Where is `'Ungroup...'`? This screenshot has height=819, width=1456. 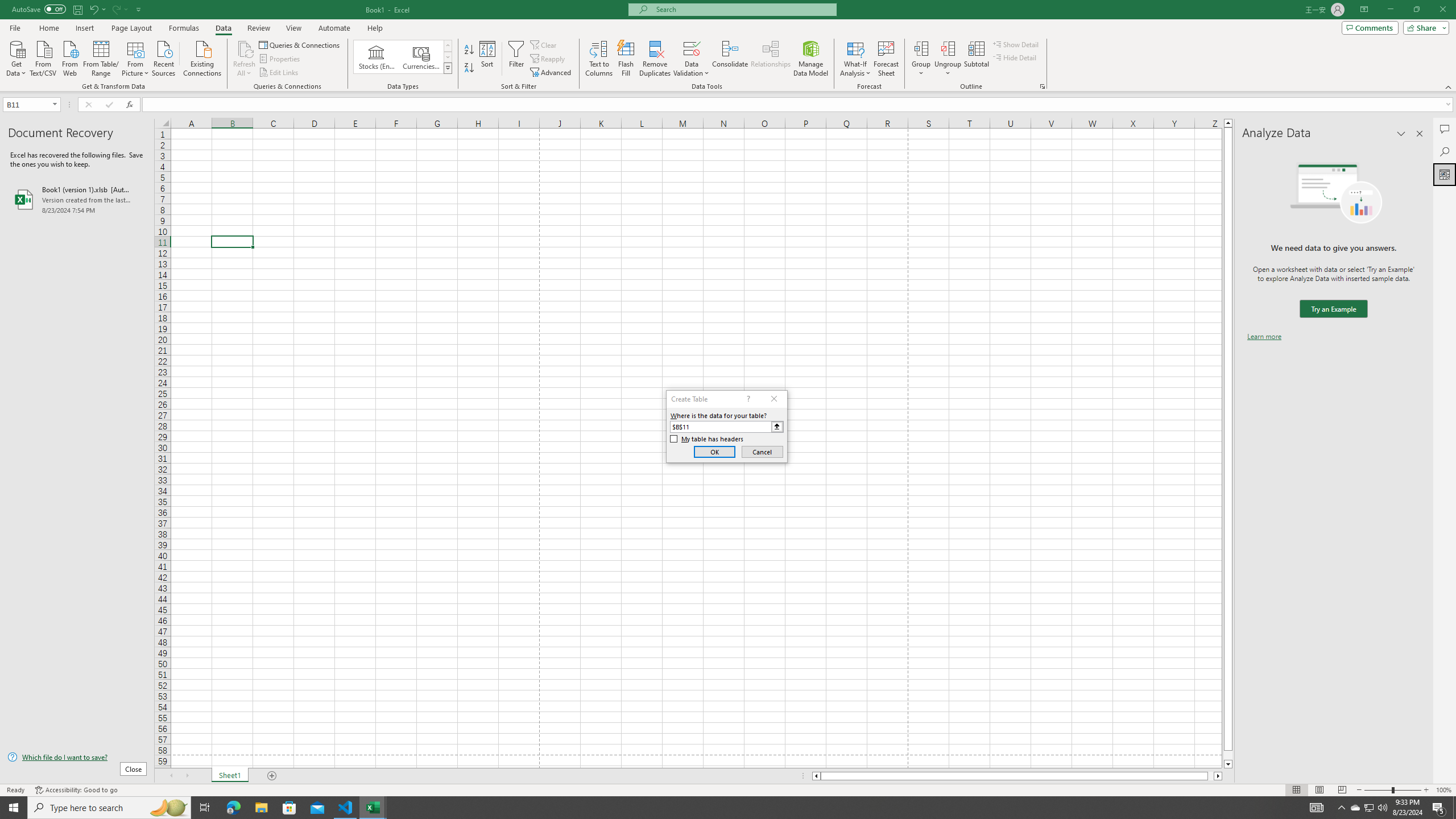 'Ungroup...' is located at coordinates (948, 59).